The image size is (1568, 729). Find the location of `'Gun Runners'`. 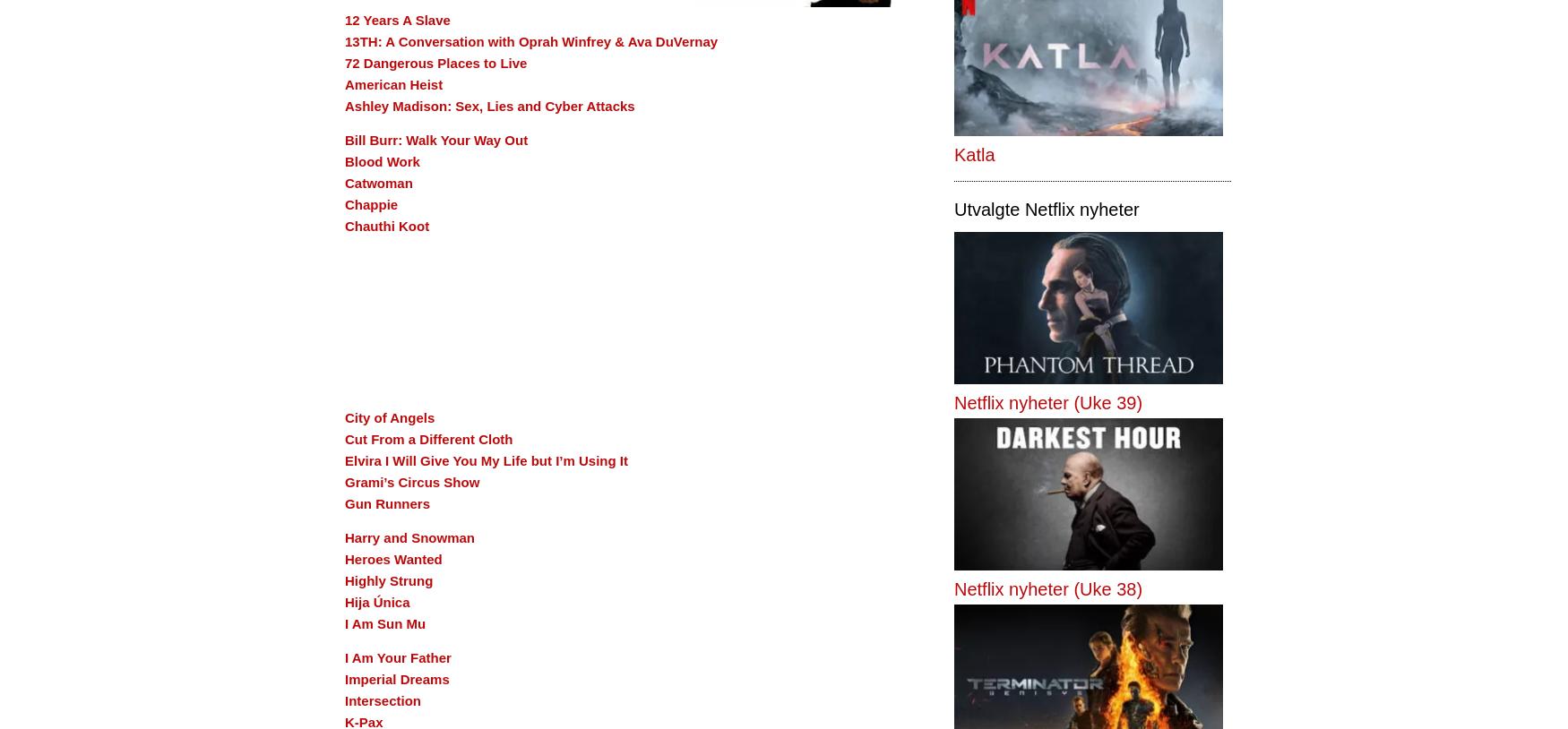

'Gun Runners' is located at coordinates (386, 502).